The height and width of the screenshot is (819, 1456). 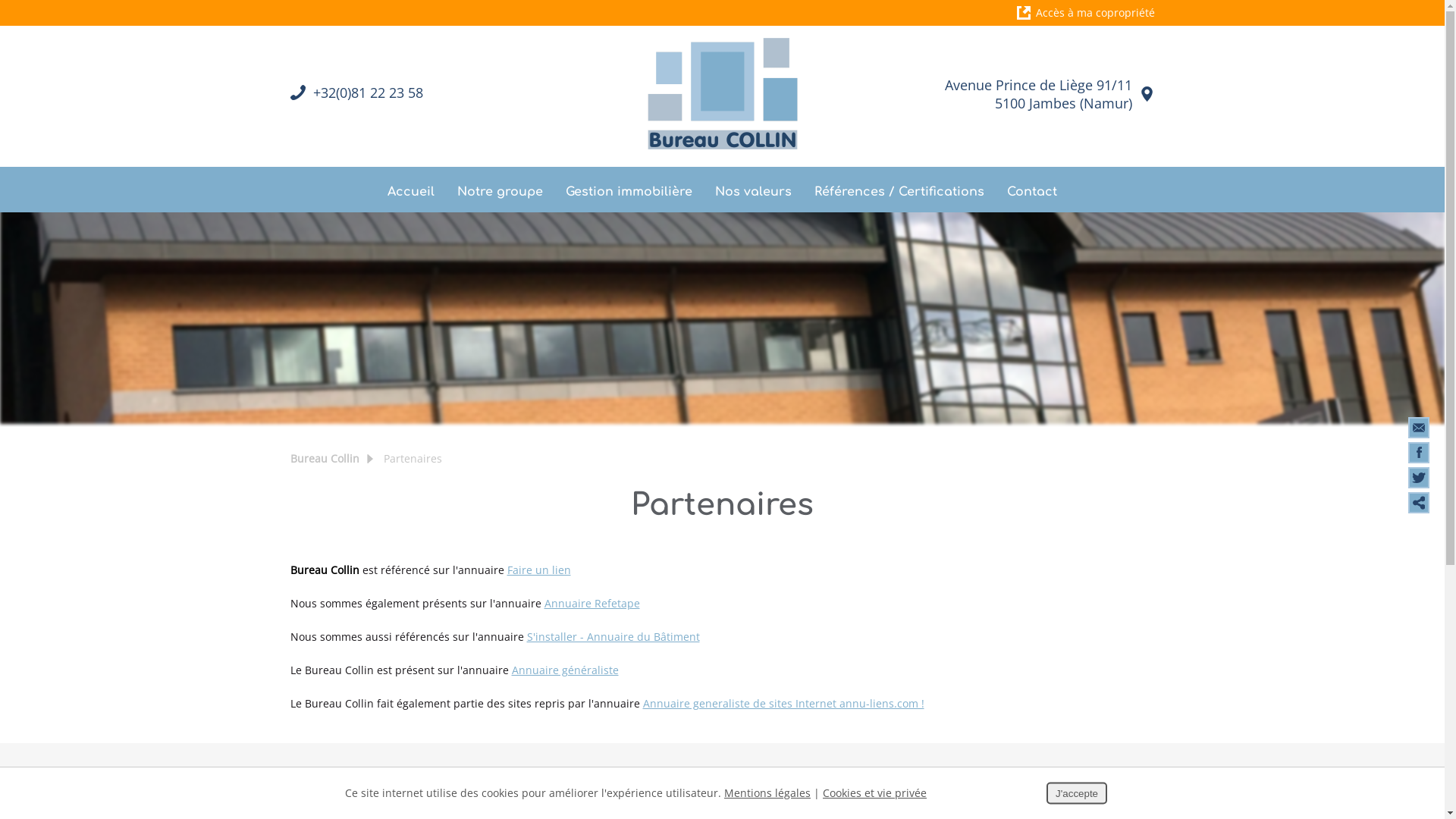 I want to click on 'Nos valeurs', so click(x=753, y=189).